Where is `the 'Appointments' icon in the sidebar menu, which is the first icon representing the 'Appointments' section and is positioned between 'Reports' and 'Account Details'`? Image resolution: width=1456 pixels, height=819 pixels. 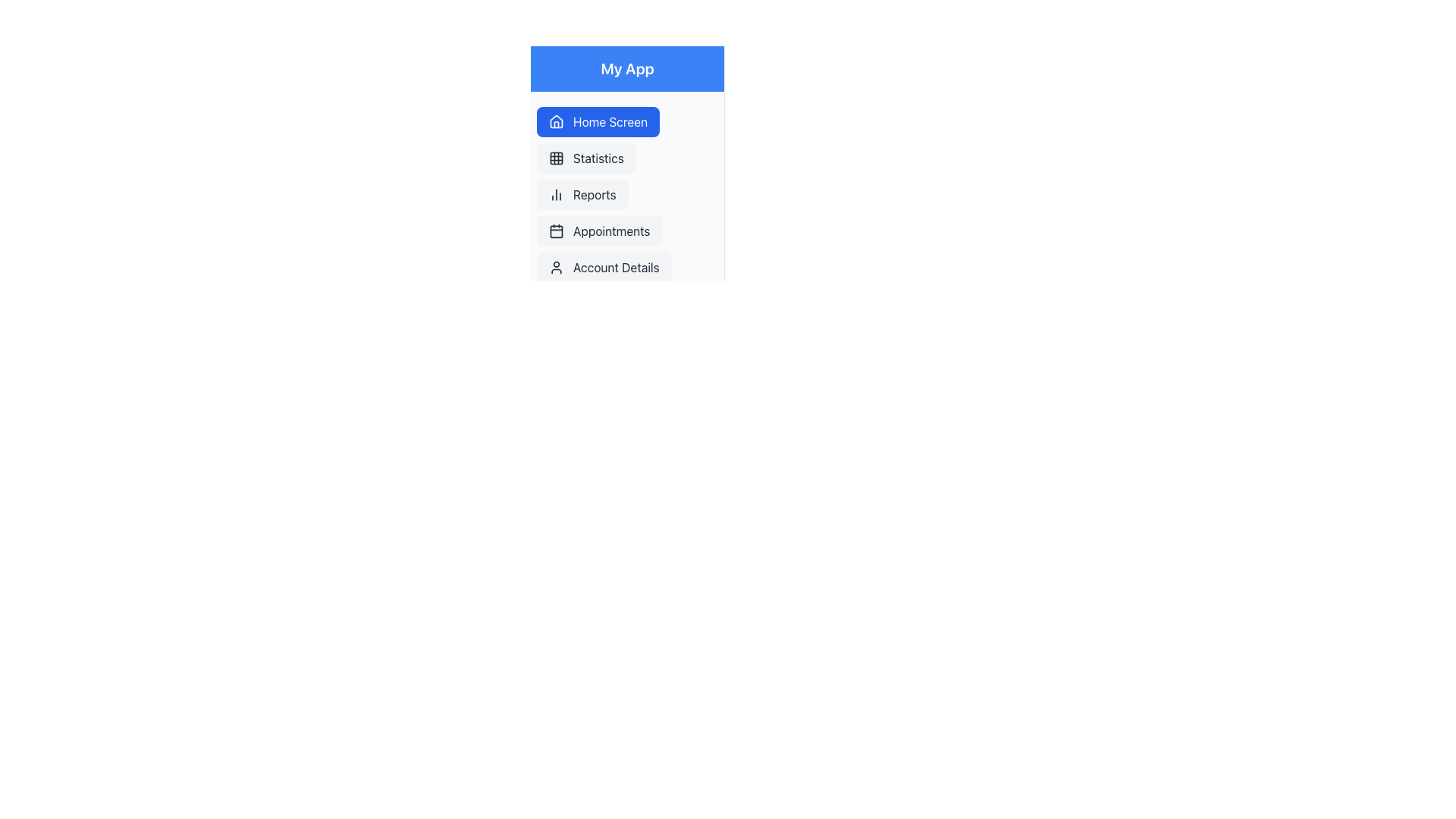 the 'Appointments' icon in the sidebar menu, which is the first icon representing the 'Appointments' section and is positioned between 'Reports' and 'Account Details' is located at coordinates (556, 231).